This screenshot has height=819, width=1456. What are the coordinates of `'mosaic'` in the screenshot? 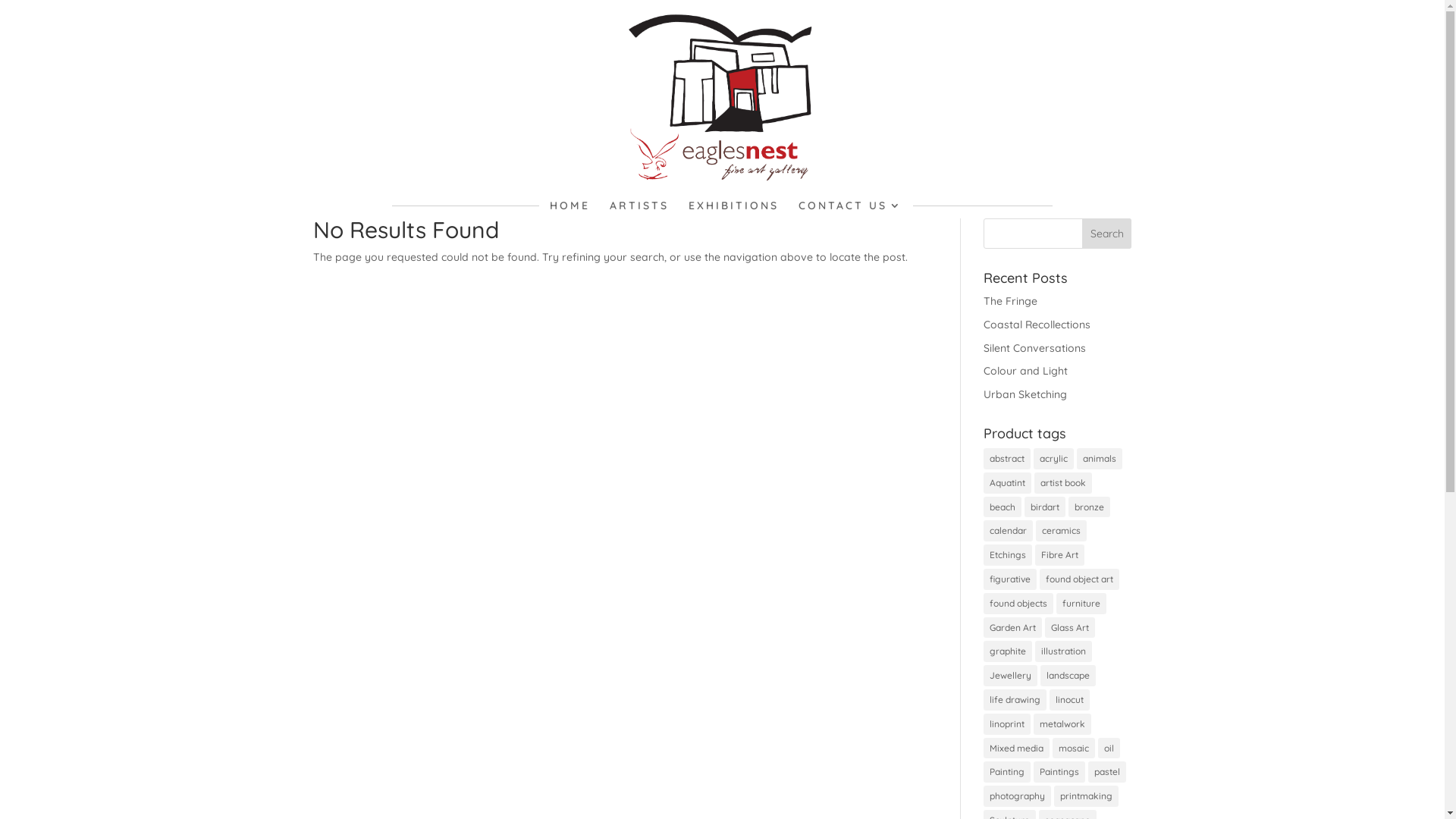 It's located at (1073, 748).